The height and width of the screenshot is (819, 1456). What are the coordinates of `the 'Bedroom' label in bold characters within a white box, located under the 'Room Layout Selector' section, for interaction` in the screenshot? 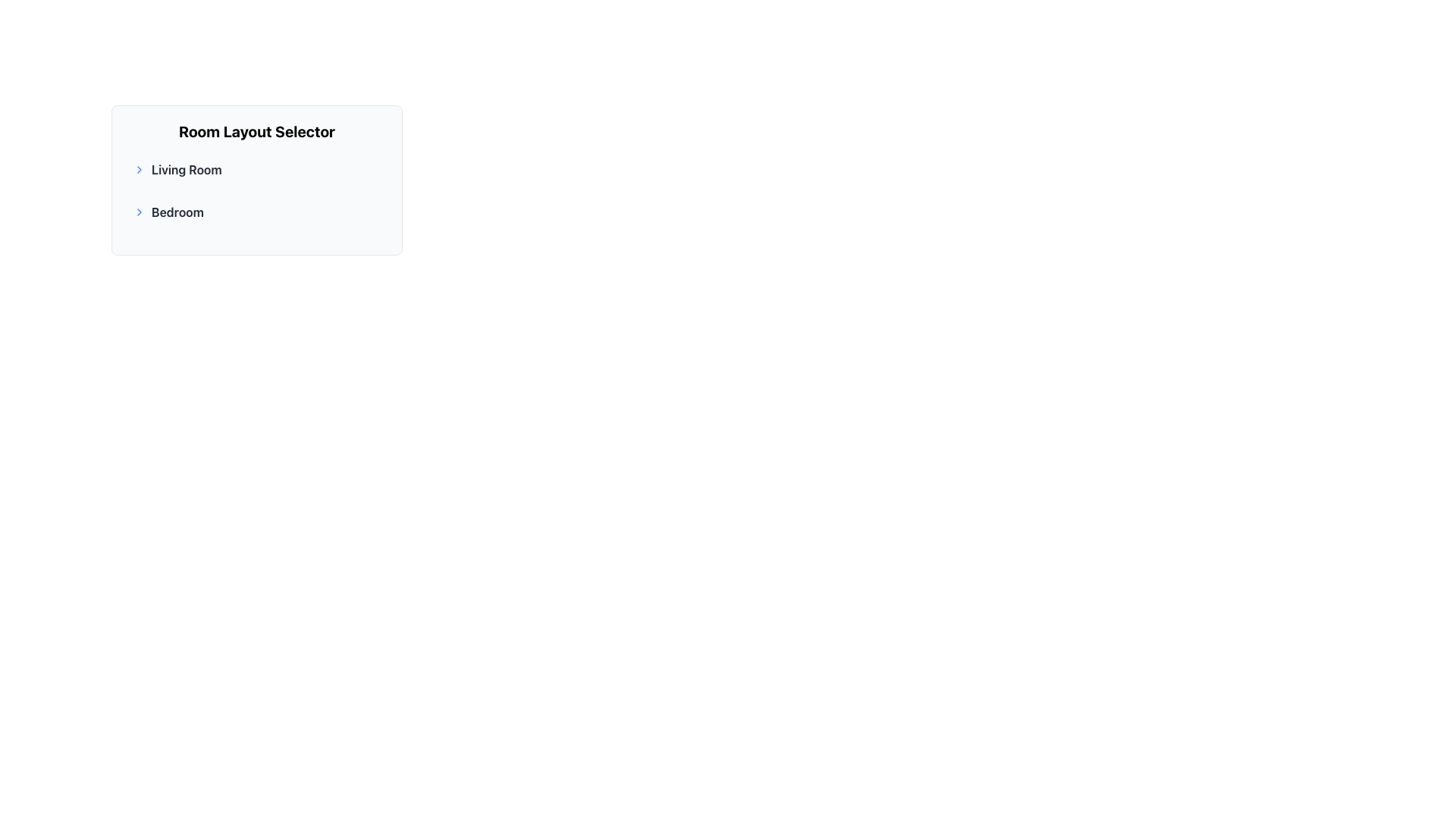 It's located at (257, 212).